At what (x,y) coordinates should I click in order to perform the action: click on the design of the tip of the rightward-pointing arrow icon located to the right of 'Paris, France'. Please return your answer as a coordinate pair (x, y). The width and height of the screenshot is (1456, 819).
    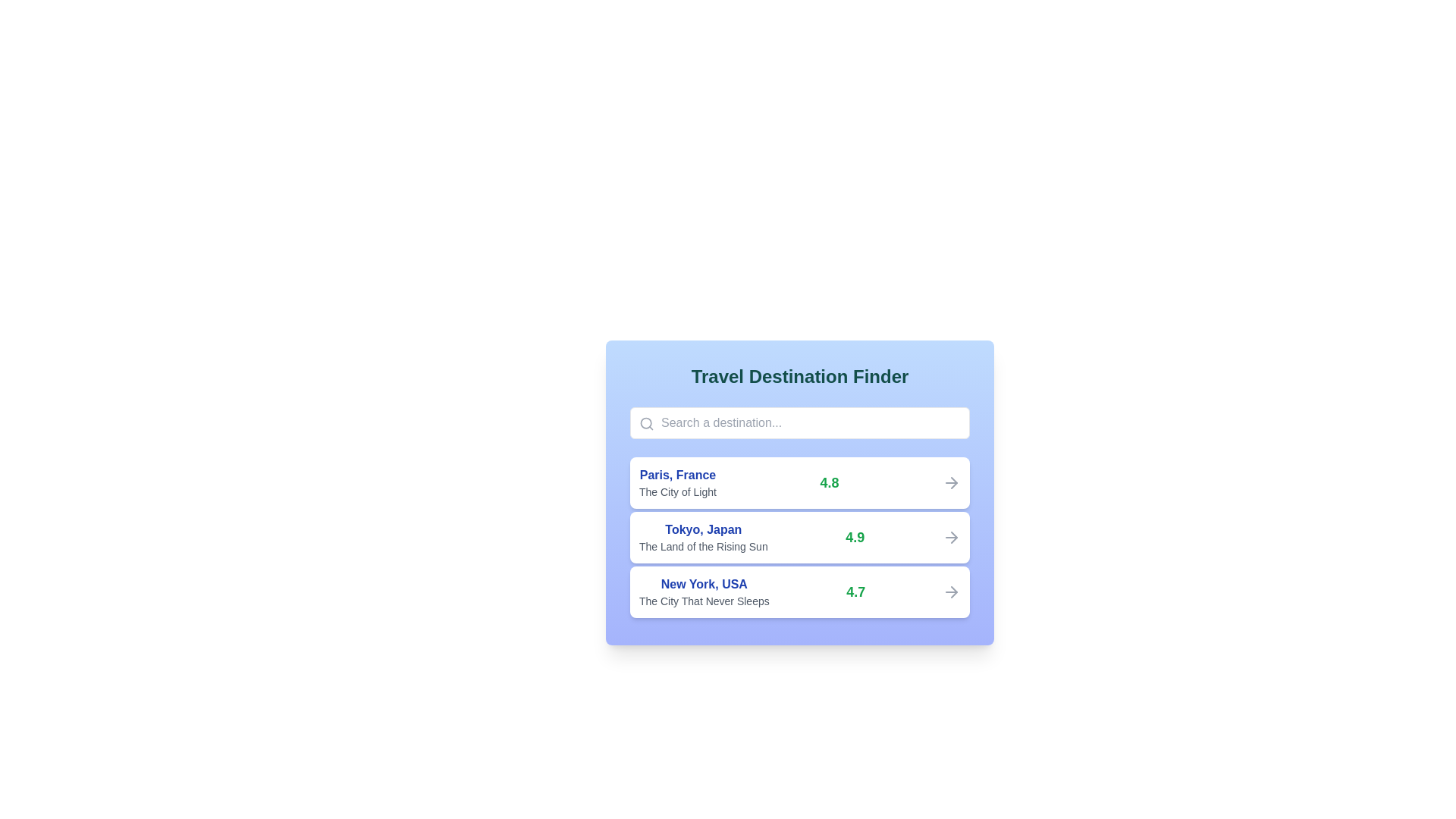
    Looking at the image, I should click on (953, 482).